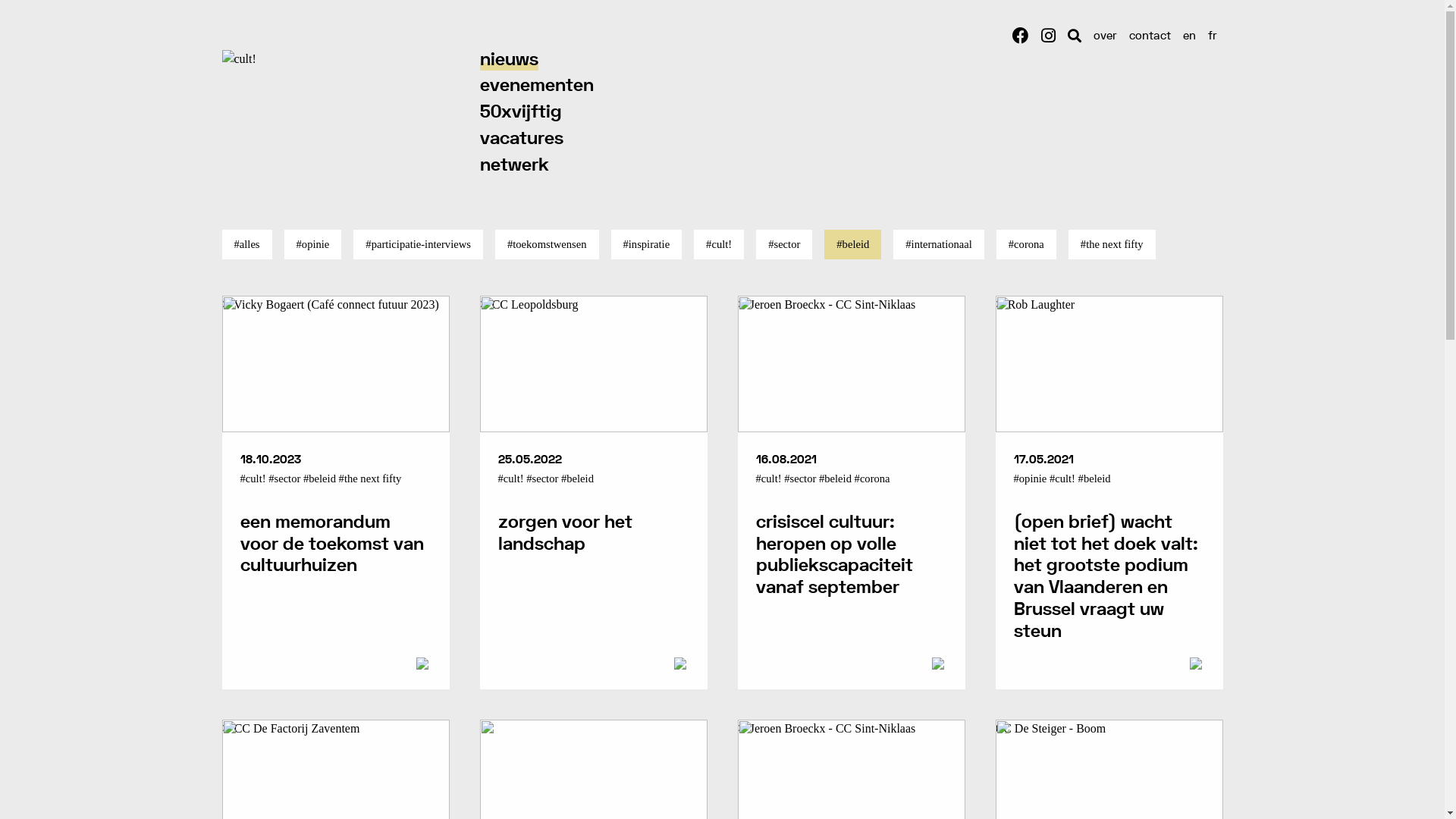 The width and height of the screenshot is (1456, 819). What do you see at coordinates (852, 243) in the screenshot?
I see `'#beleid'` at bounding box center [852, 243].